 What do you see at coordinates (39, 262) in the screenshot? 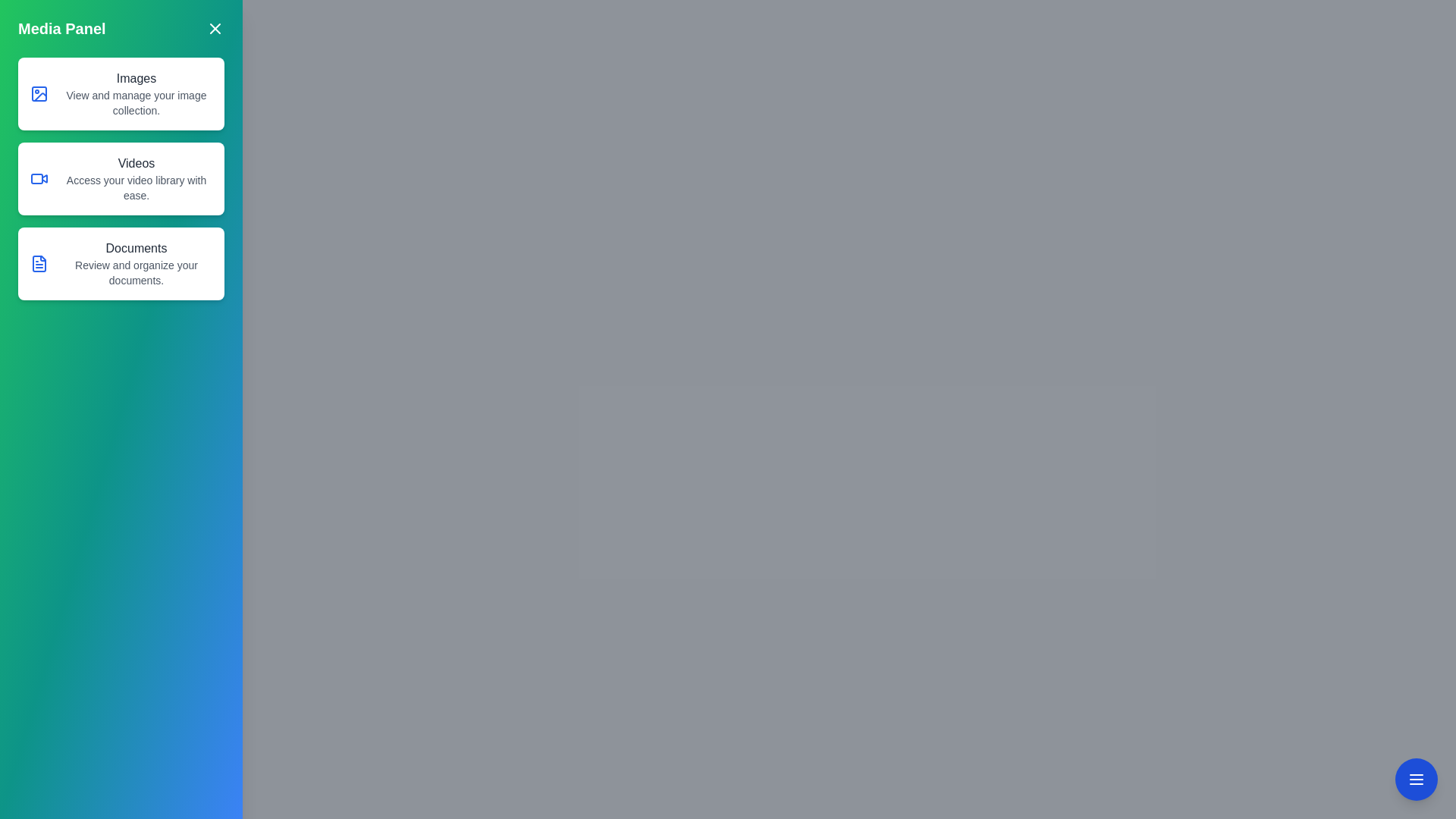
I see `the document icon located in the 'Documents' section, which is represented by a rectangular shape with a folded corner on the top right, positioned to the left of the section's descriptive text` at bounding box center [39, 262].